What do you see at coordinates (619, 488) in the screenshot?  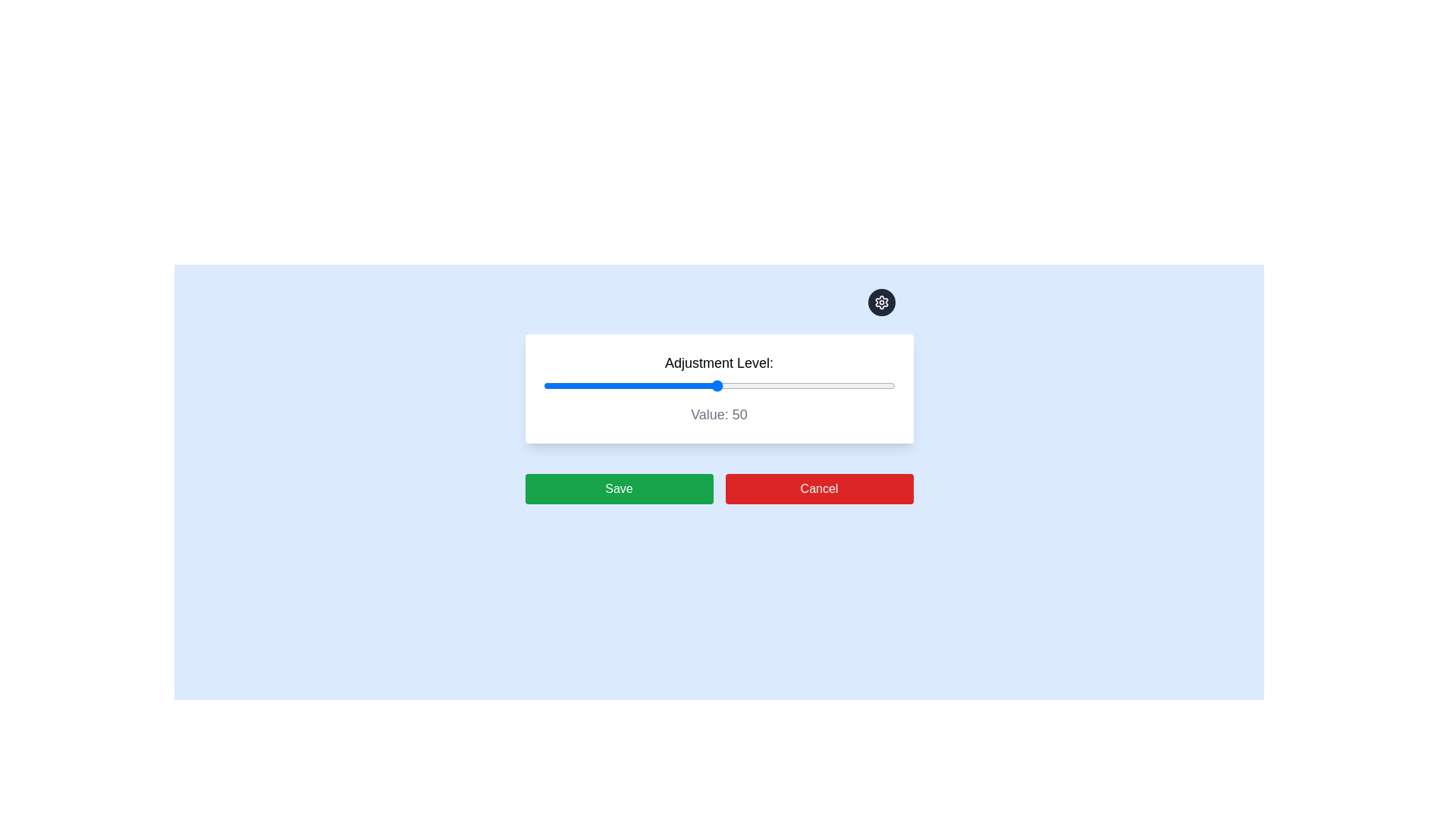 I see `the 'Save' button, which is a green rectangular button with white text and rounded borders, located to the left of another contrasting red button` at bounding box center [619, 488].